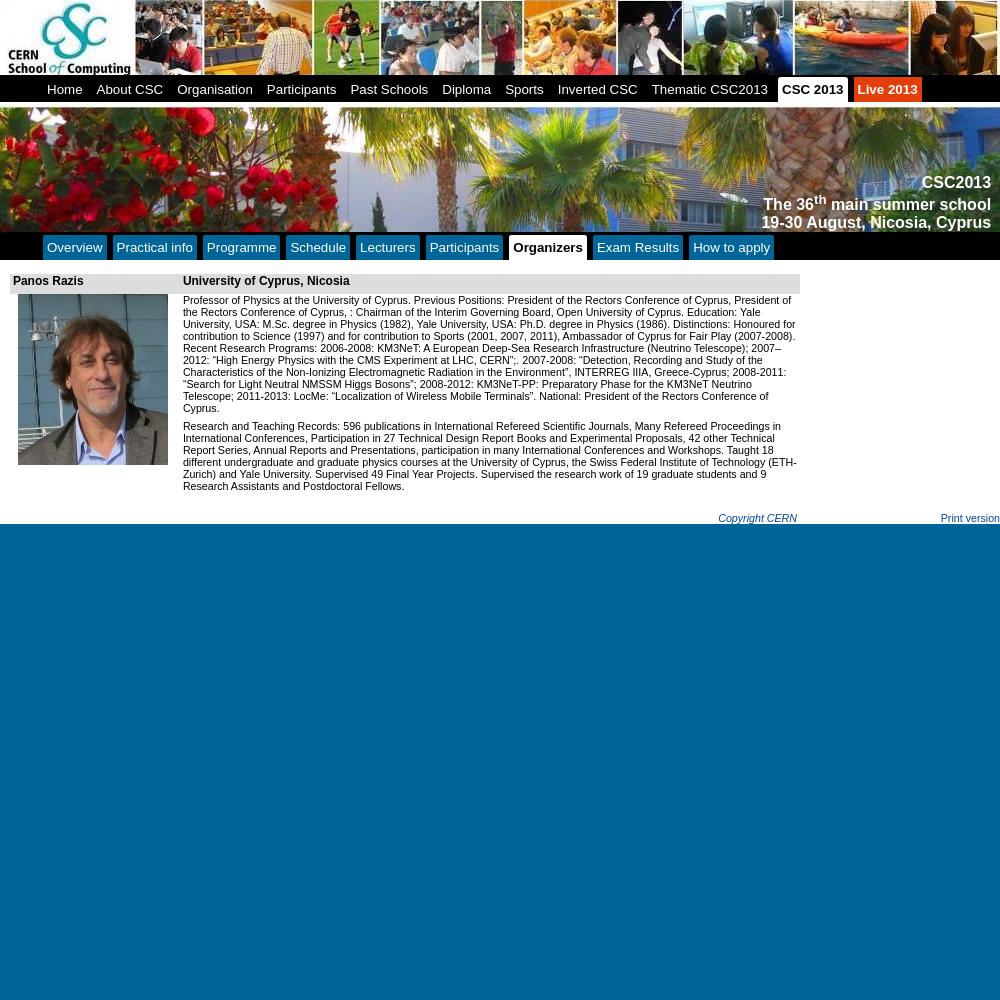 The width and height of the screenshot is (1000, 1000). What do you see at coordinates (596, 88) in the screenshot?
I see `'Inverted CSC'` at bounding box center [596, 88].